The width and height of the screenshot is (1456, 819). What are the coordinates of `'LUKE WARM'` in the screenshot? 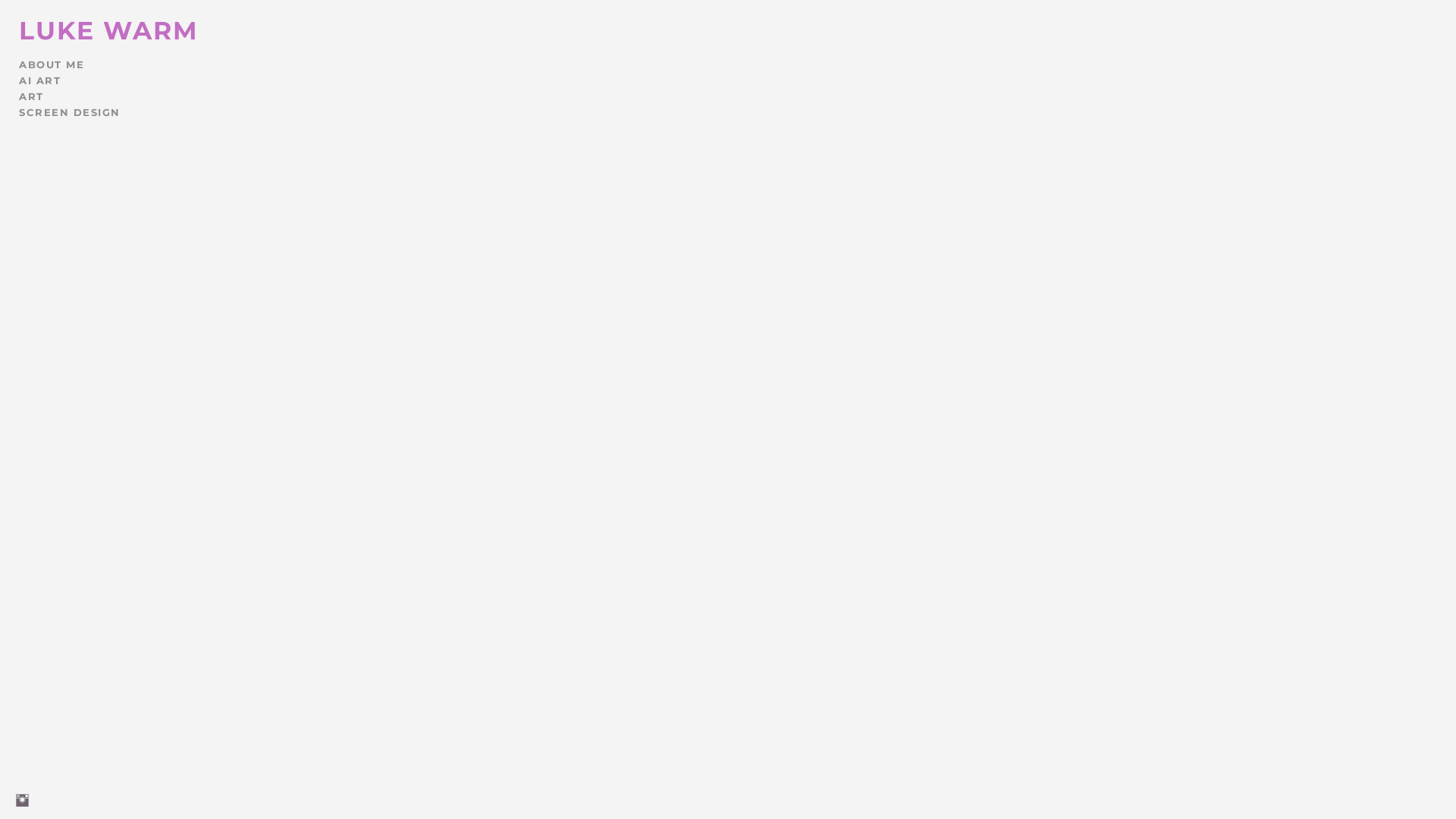 It's located at (18, 30).